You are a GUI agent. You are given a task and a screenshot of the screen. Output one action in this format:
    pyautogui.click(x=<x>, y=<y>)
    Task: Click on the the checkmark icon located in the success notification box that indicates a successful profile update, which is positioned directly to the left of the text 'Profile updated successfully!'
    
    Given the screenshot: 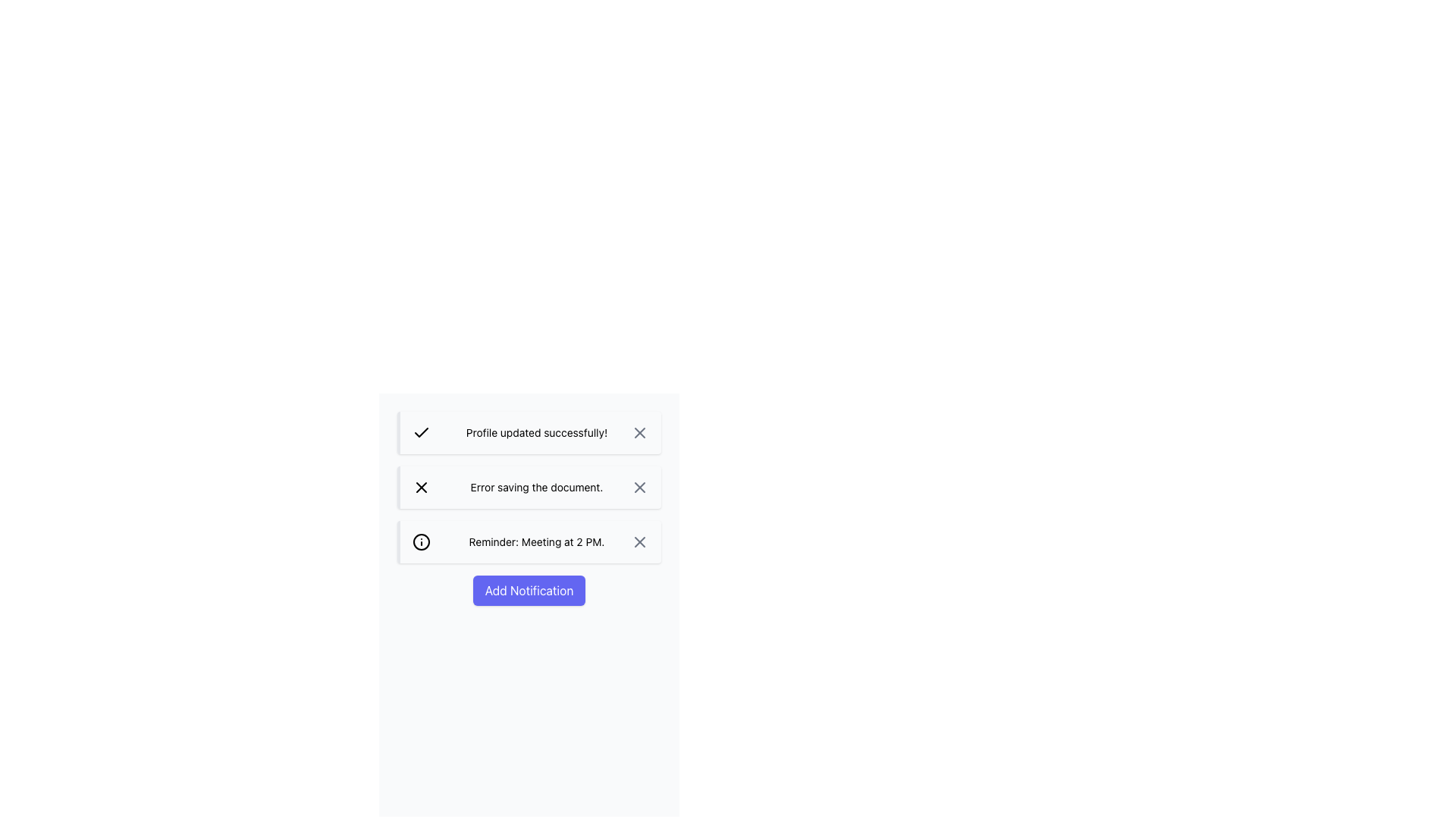 What is the action you would take?
    pyautogui.click(x=422, y=432)
    